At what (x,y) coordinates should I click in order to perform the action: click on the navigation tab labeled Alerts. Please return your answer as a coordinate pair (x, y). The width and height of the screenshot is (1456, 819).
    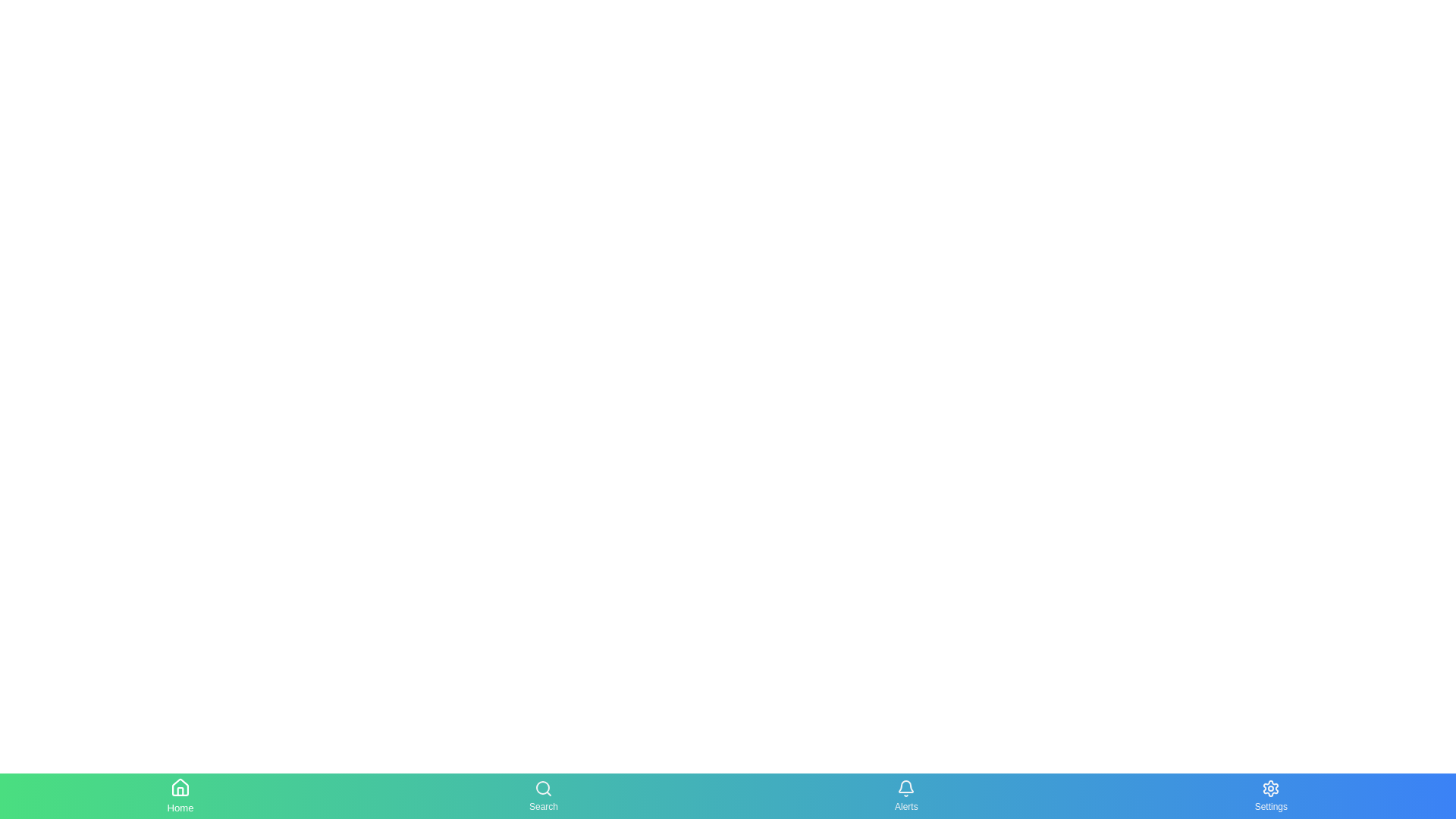
    Looking at the image, I should click on (906, 795).